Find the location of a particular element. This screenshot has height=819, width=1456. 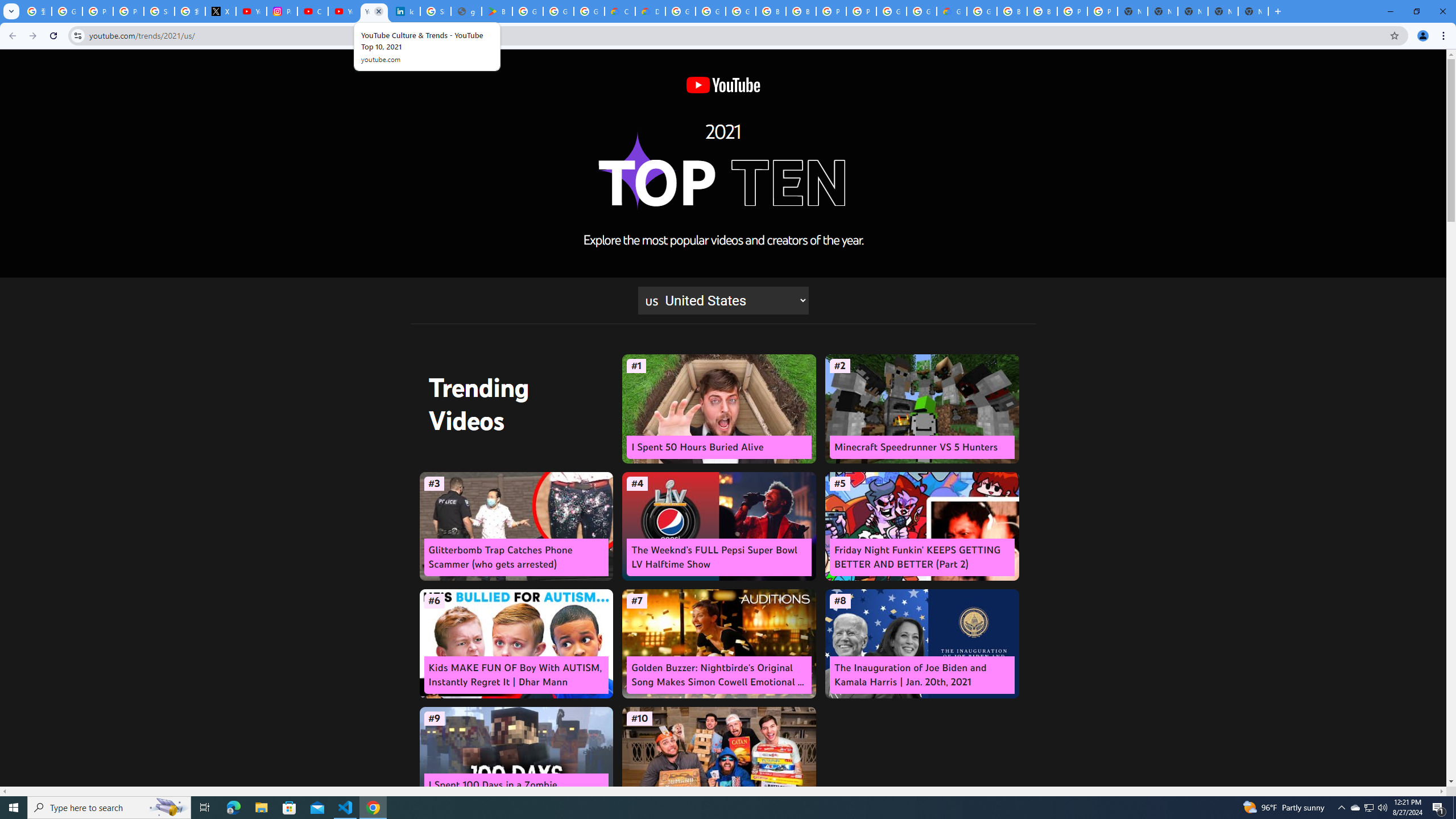

'YouTube Content Monetization Policies - How YouTube Works' is located at coordinates (251, 11).